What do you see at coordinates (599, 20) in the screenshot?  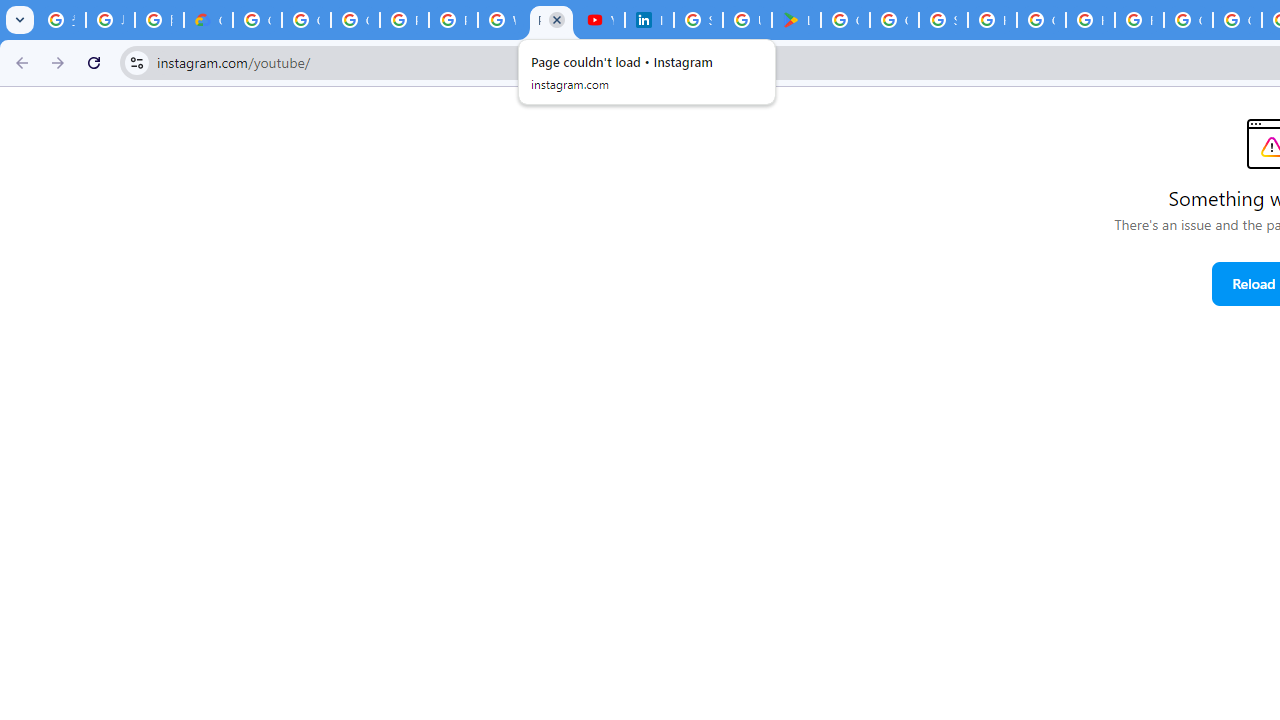 I see `'YouTube Culture & Trends - On The Rise: Handcam Videos'` at bounding box center [599, 20].